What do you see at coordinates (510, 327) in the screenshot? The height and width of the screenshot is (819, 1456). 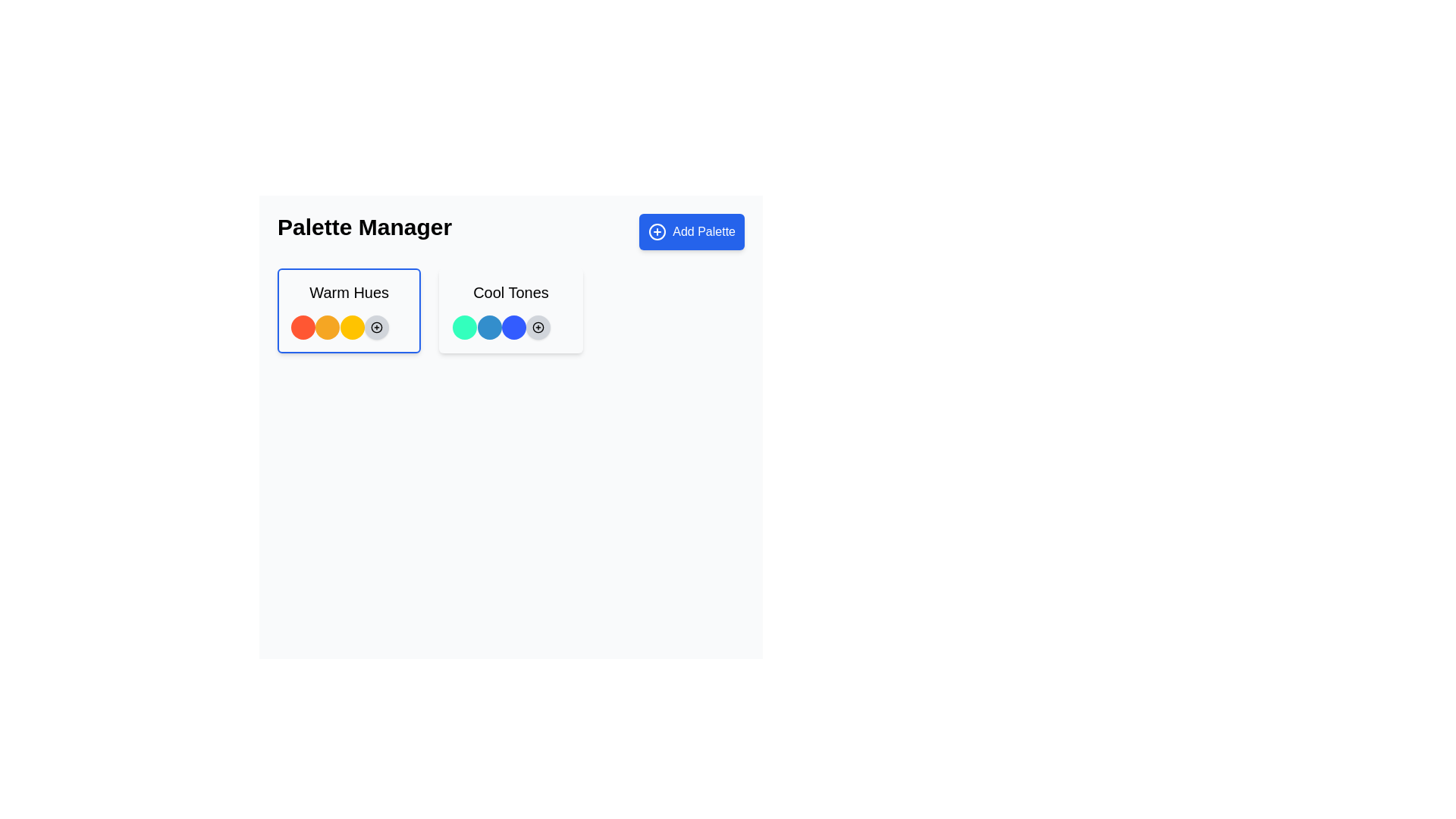 I see `the third circular color indicator in the 'Cool Tones' palette card, which is solidly colored in darker blue` at bounding box center [510, 327].